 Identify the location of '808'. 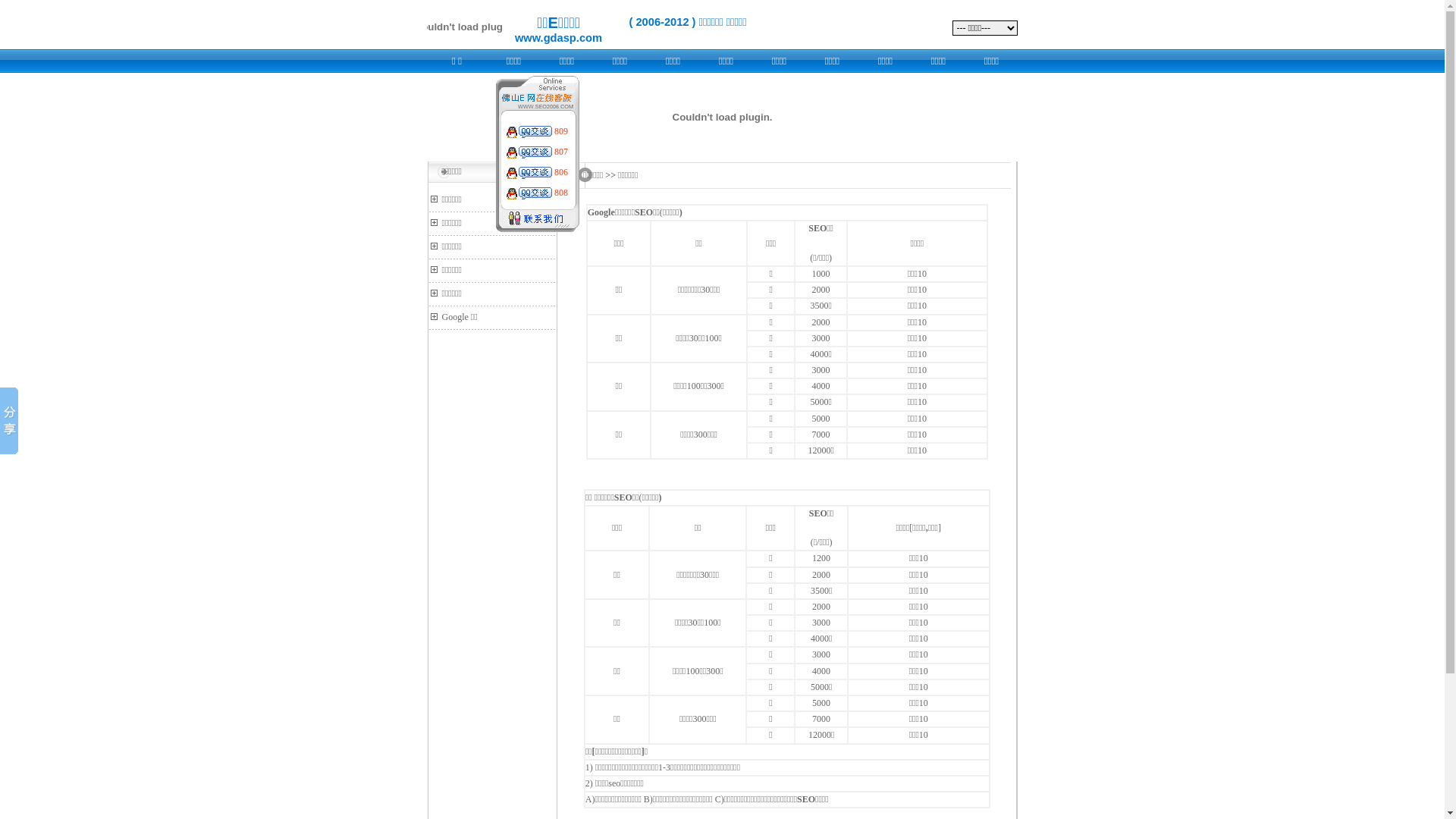
(560, 192).